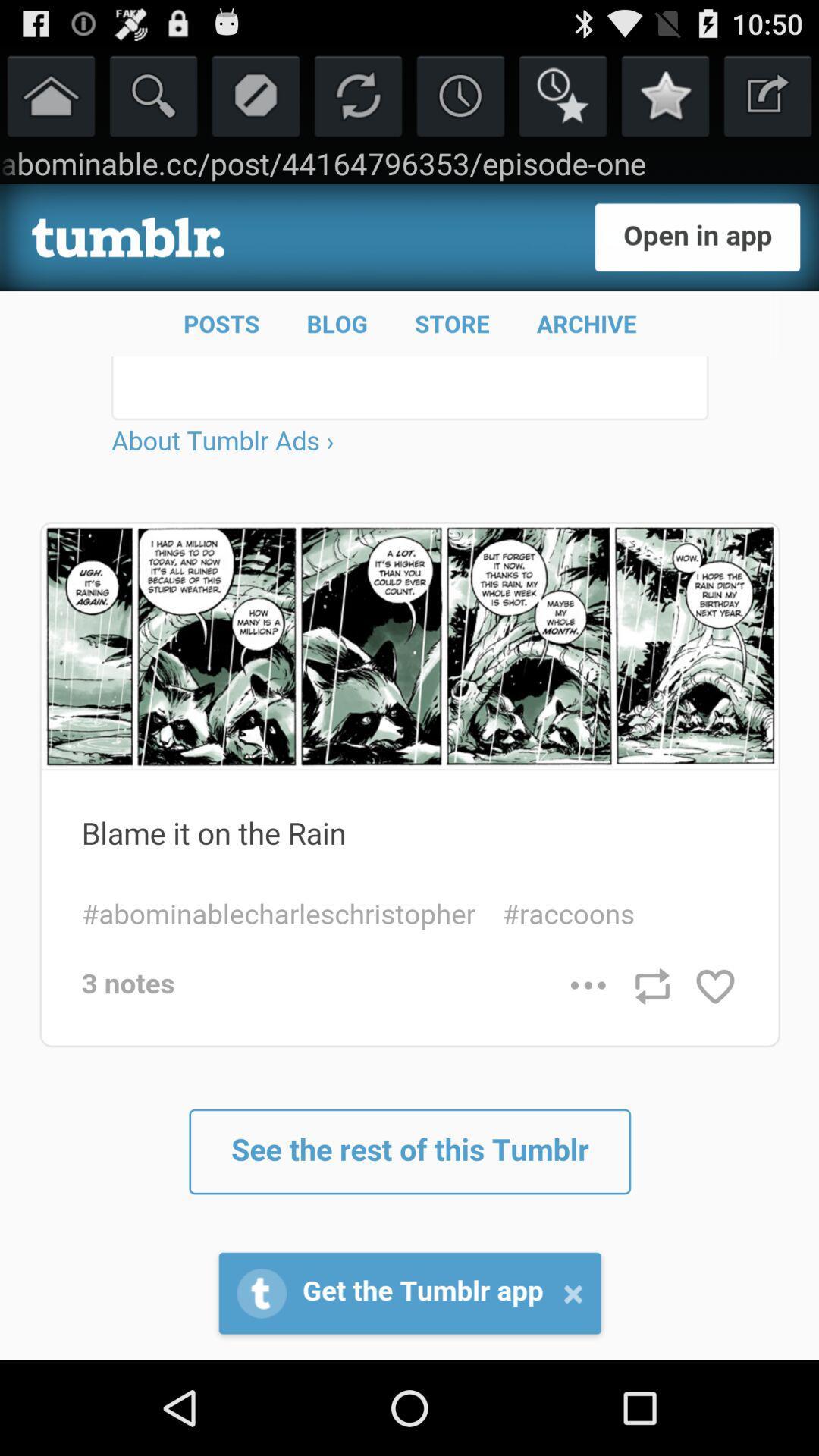  Describe the element at coordinates (664, 101) in the screenshot. I see `the star icon` at that location.